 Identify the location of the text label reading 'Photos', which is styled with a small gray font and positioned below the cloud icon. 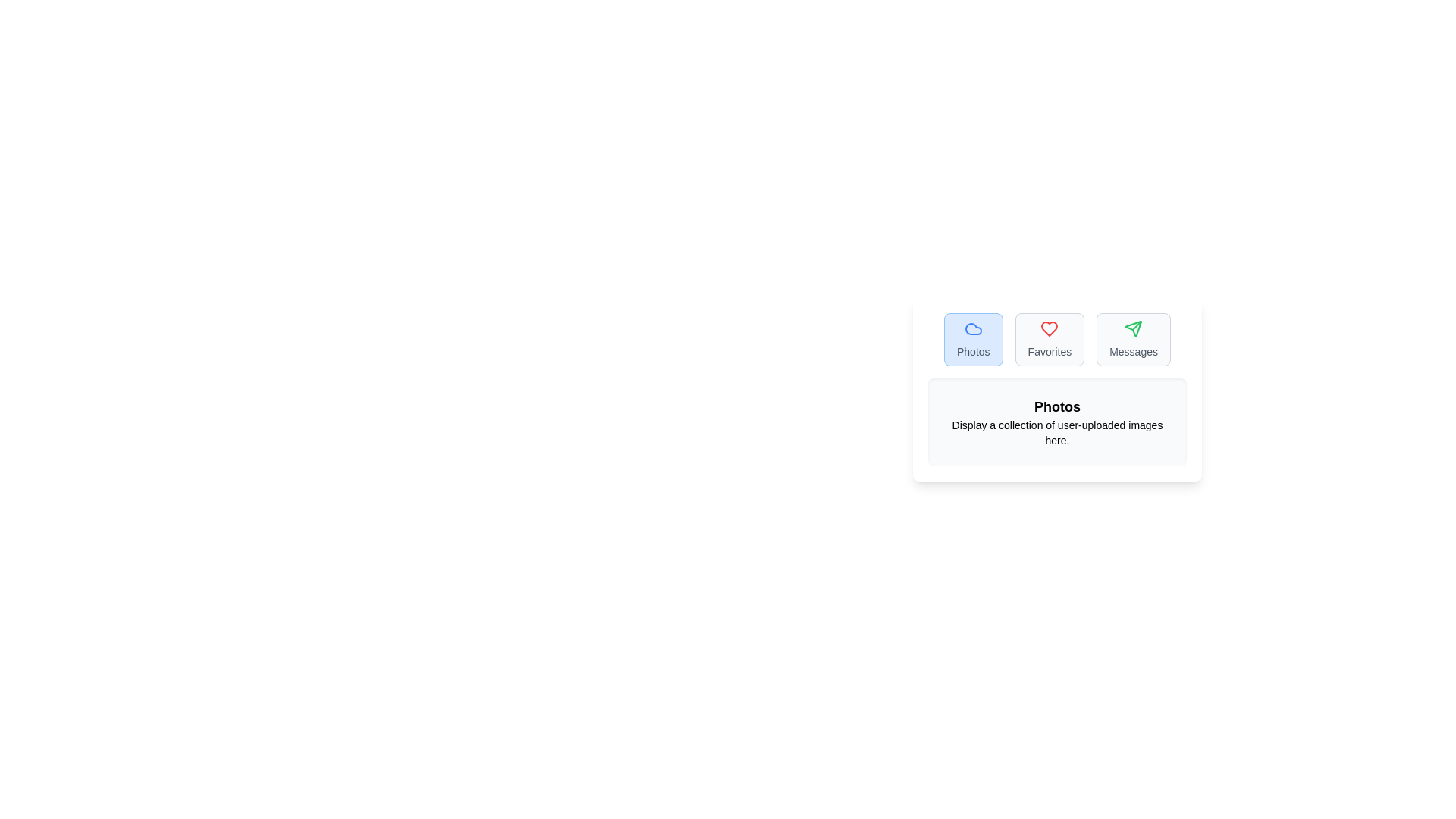
(973, 351).